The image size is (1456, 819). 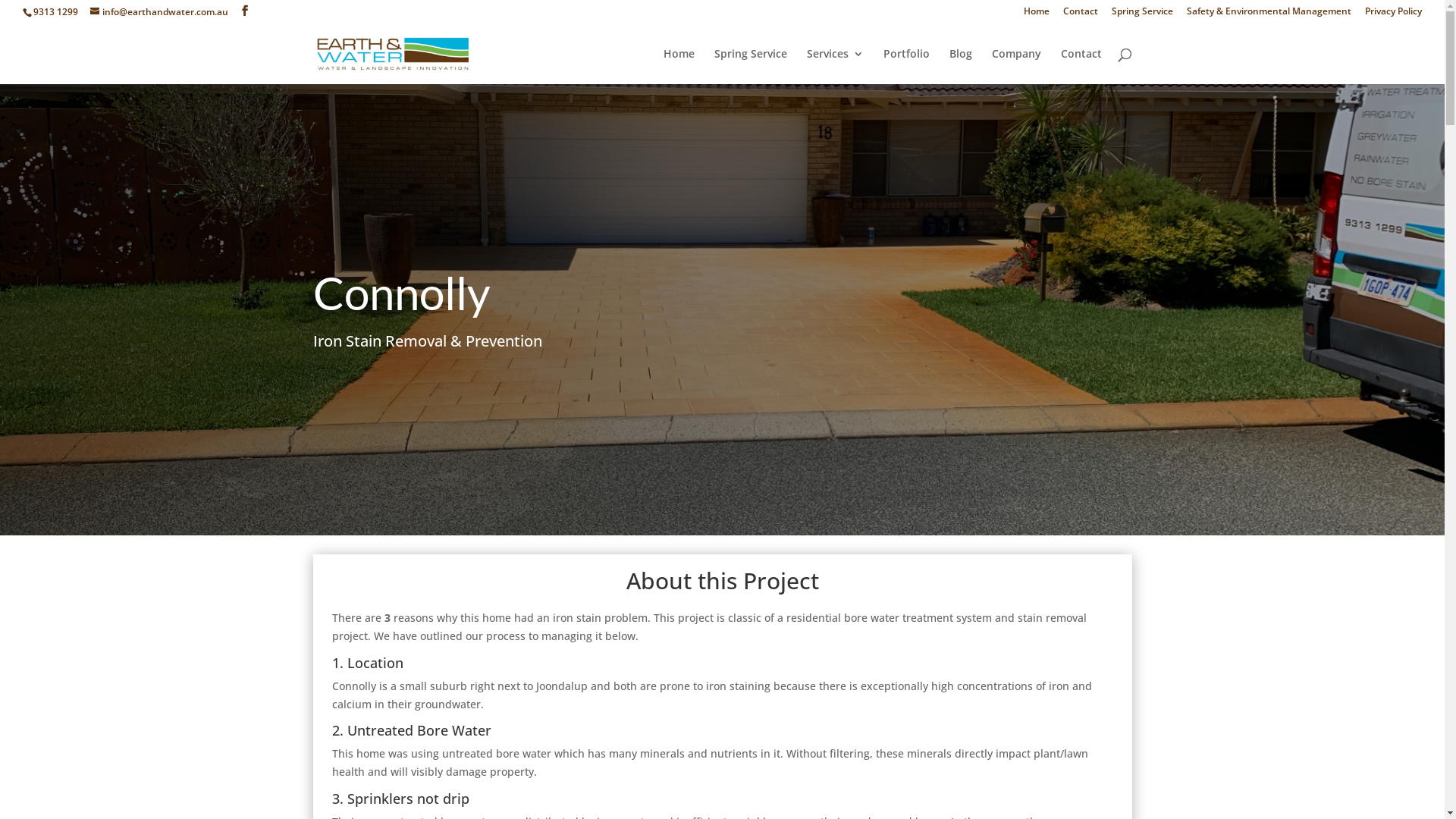 What do you see at coordinates (949, 65) in the screenshot?
I see `'Blog'` at bounding box center [949, 65].